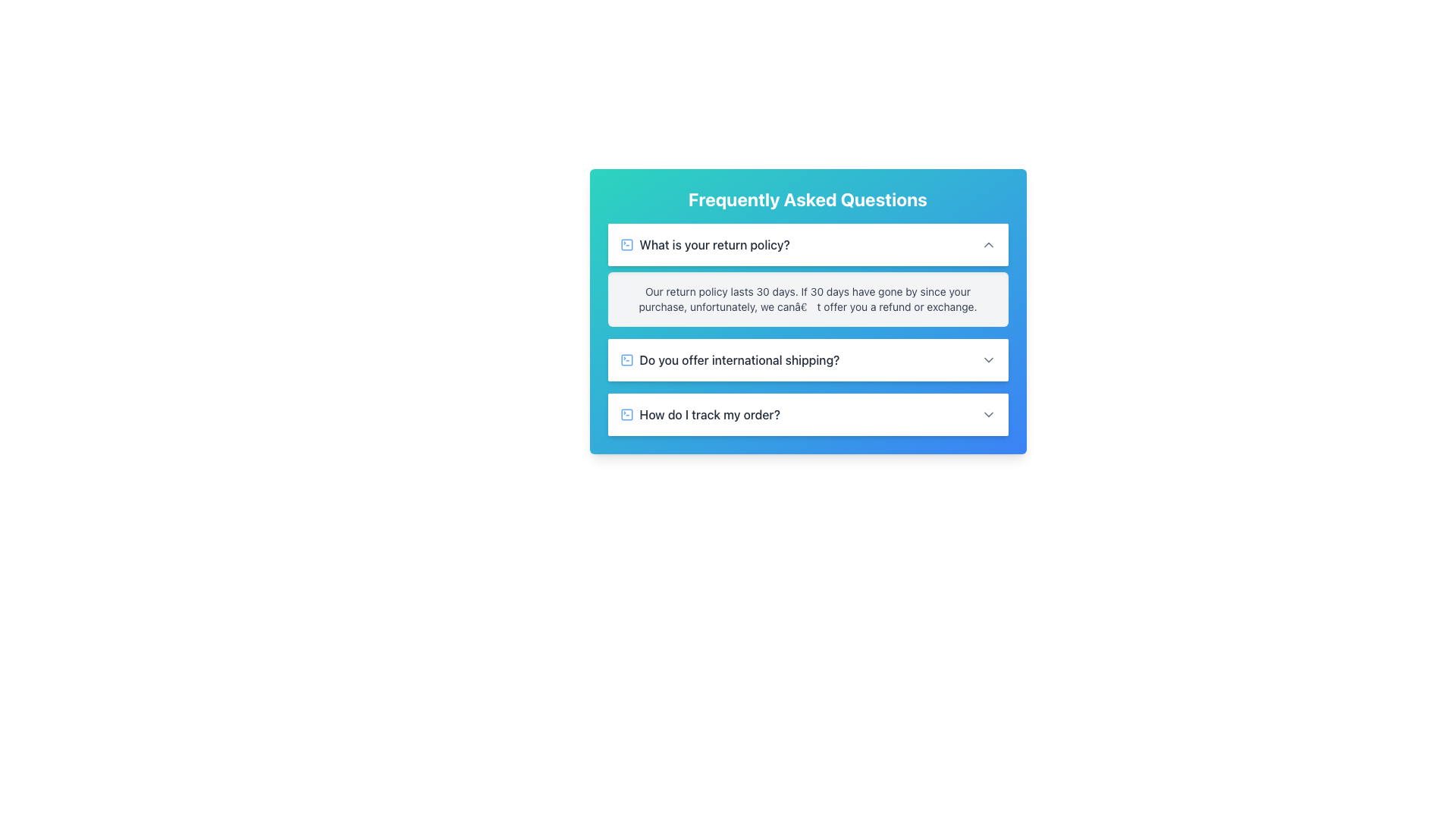 Image resolution: width=1456 pixels, height=819 pixels. I want to click on the icon located in the center-right section of the list item labeled 'Do you offer international shipping?', so click(988, 359).